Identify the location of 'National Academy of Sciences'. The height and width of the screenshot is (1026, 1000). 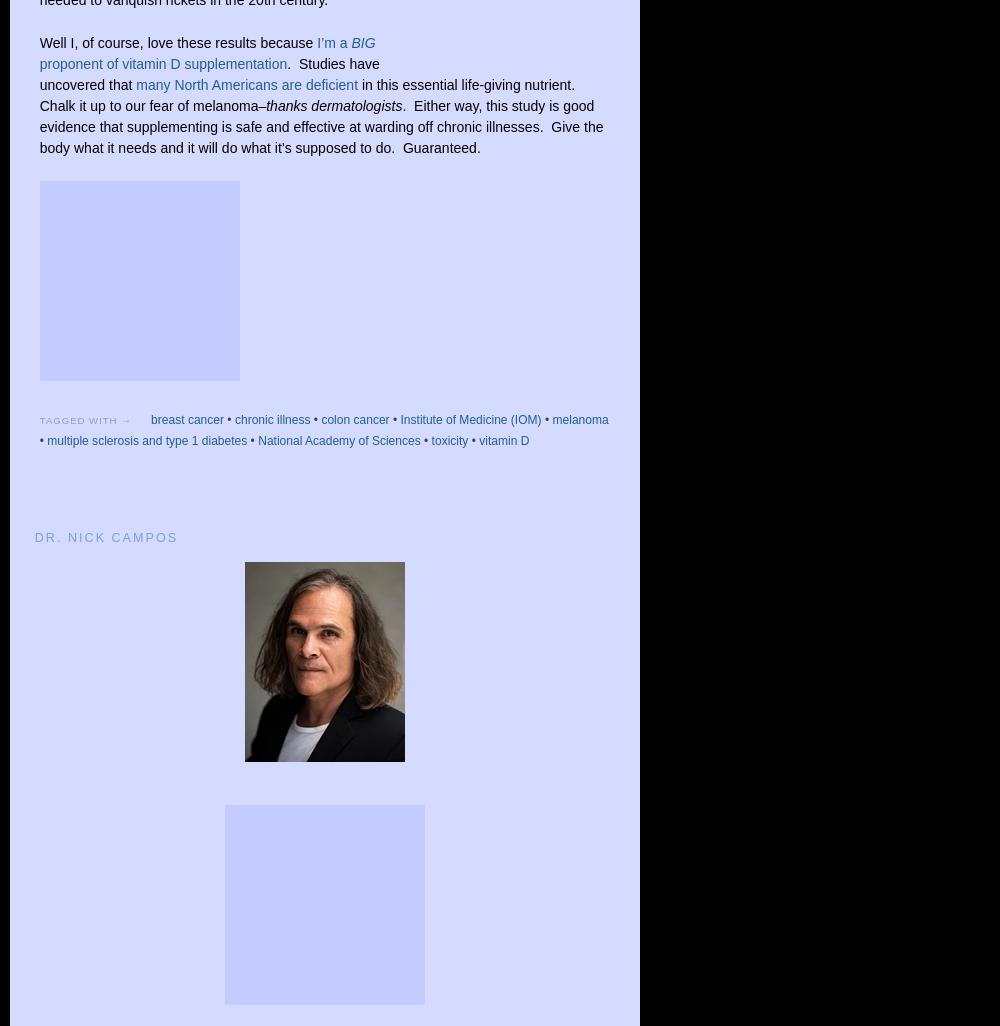
(338, 439).